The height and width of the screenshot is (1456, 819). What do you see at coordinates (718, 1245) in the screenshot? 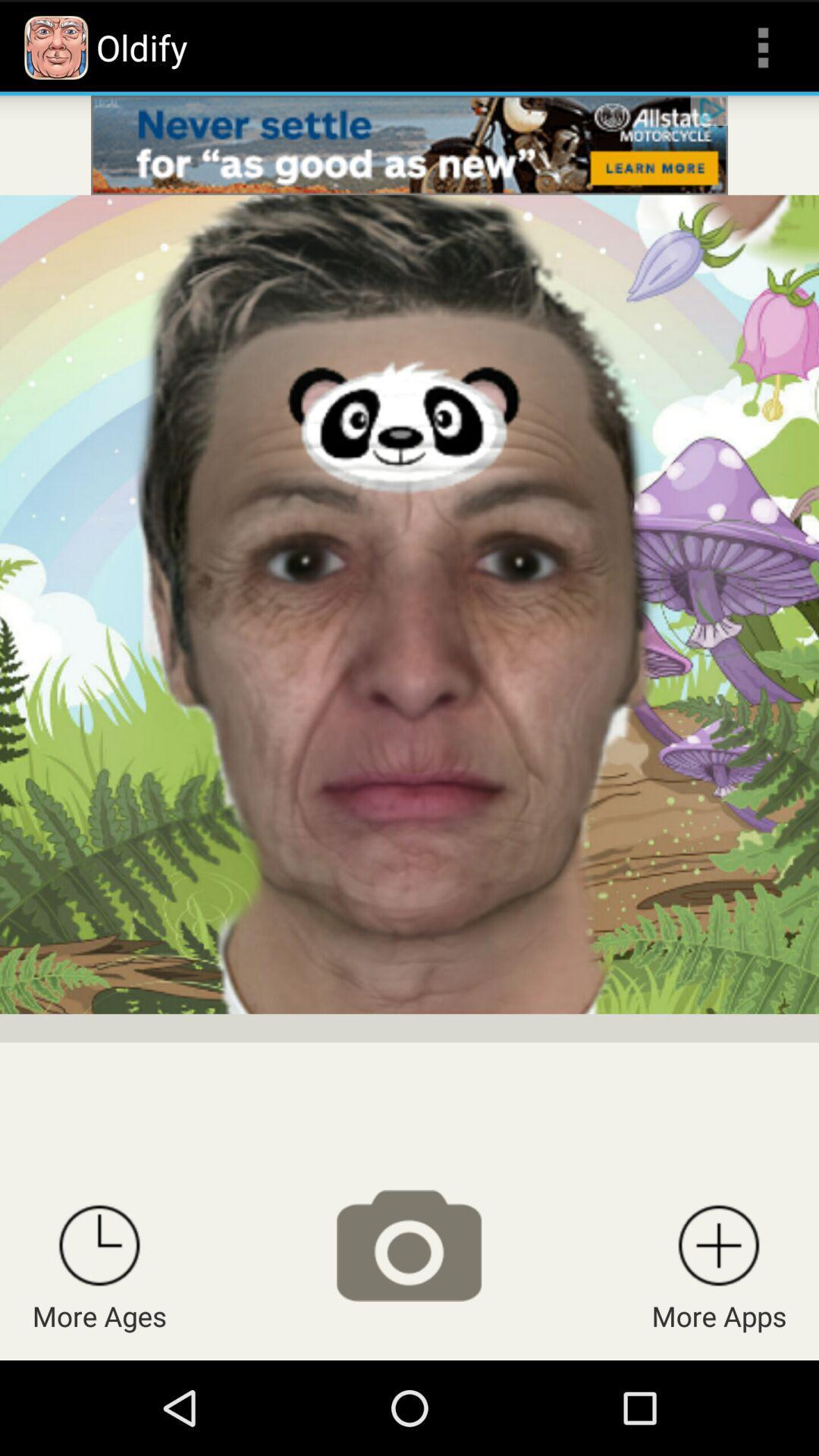
I see `more apps` at bounding box center [718, 1245].